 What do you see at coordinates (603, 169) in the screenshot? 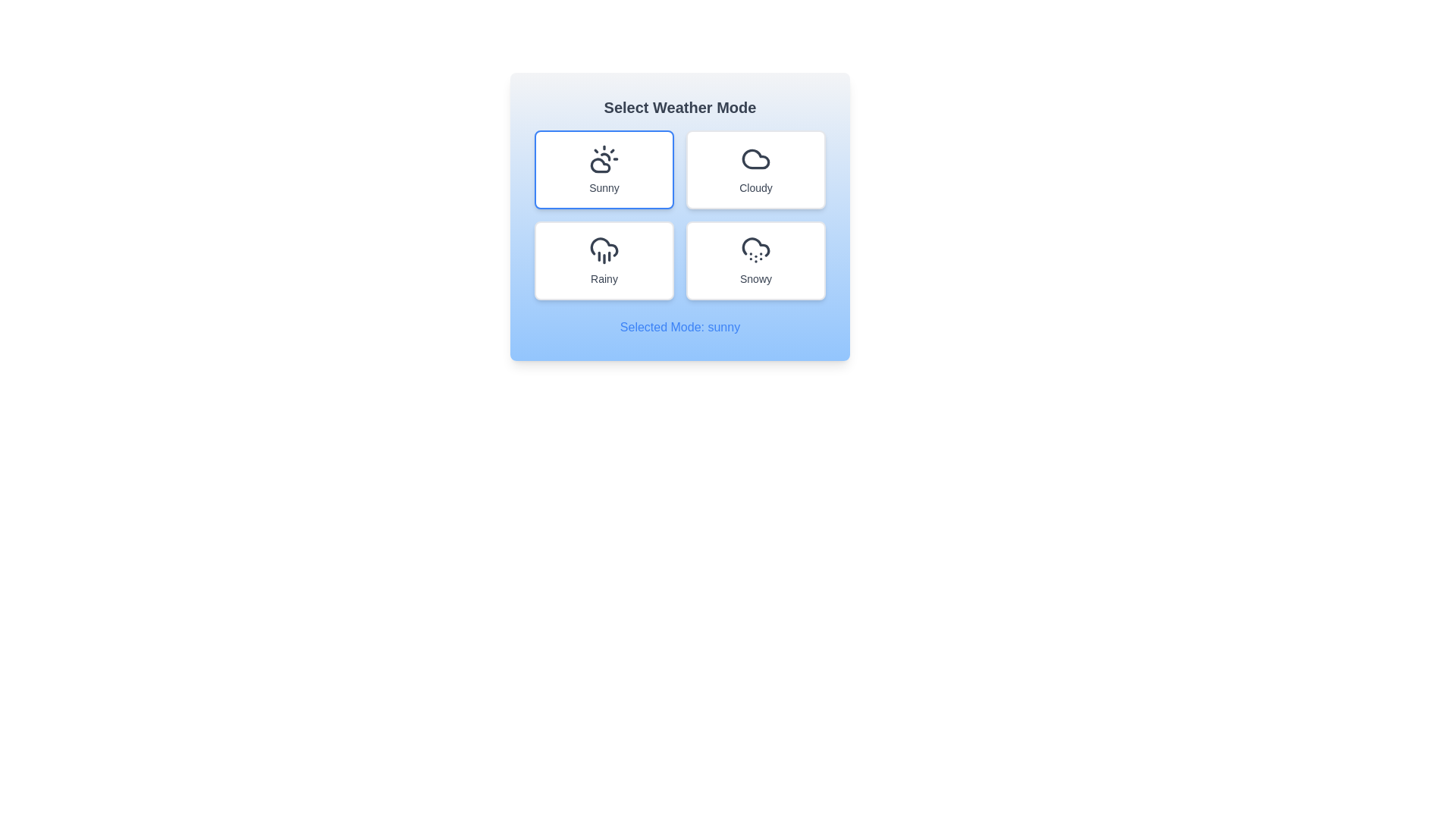
I see `the weather mode button labeled Sunny` at bounding box center [603, 169].